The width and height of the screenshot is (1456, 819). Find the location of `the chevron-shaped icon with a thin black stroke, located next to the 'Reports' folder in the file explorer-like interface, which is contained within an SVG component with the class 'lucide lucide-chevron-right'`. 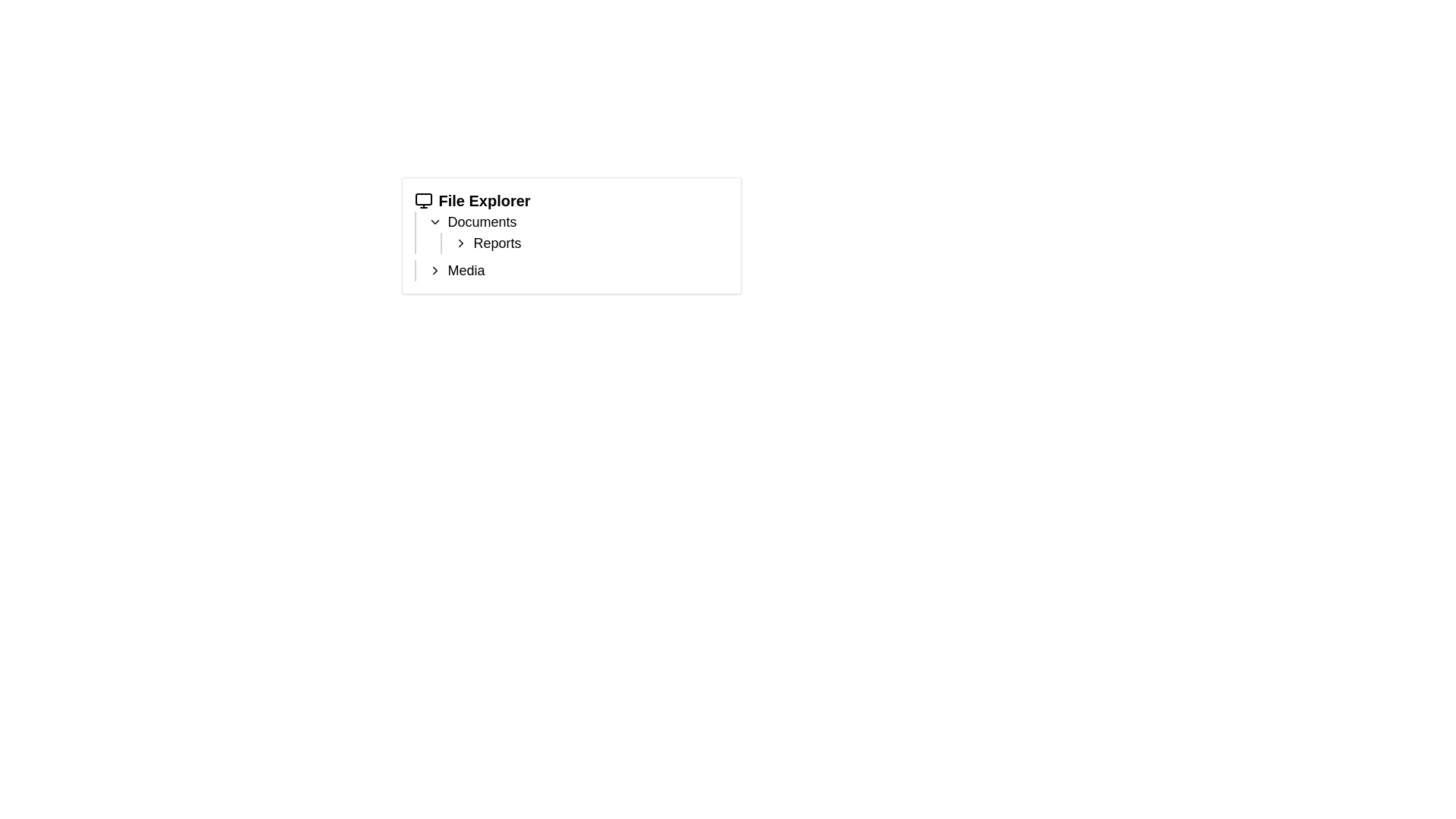

the chevron-shaped icon with a thin black stroke, located next to the 'Reports' folder in the file explorer-like interface, which is contained within an SVG component with the class 'lucide lucide-chevron-right' is located at coordinates (434, 270).